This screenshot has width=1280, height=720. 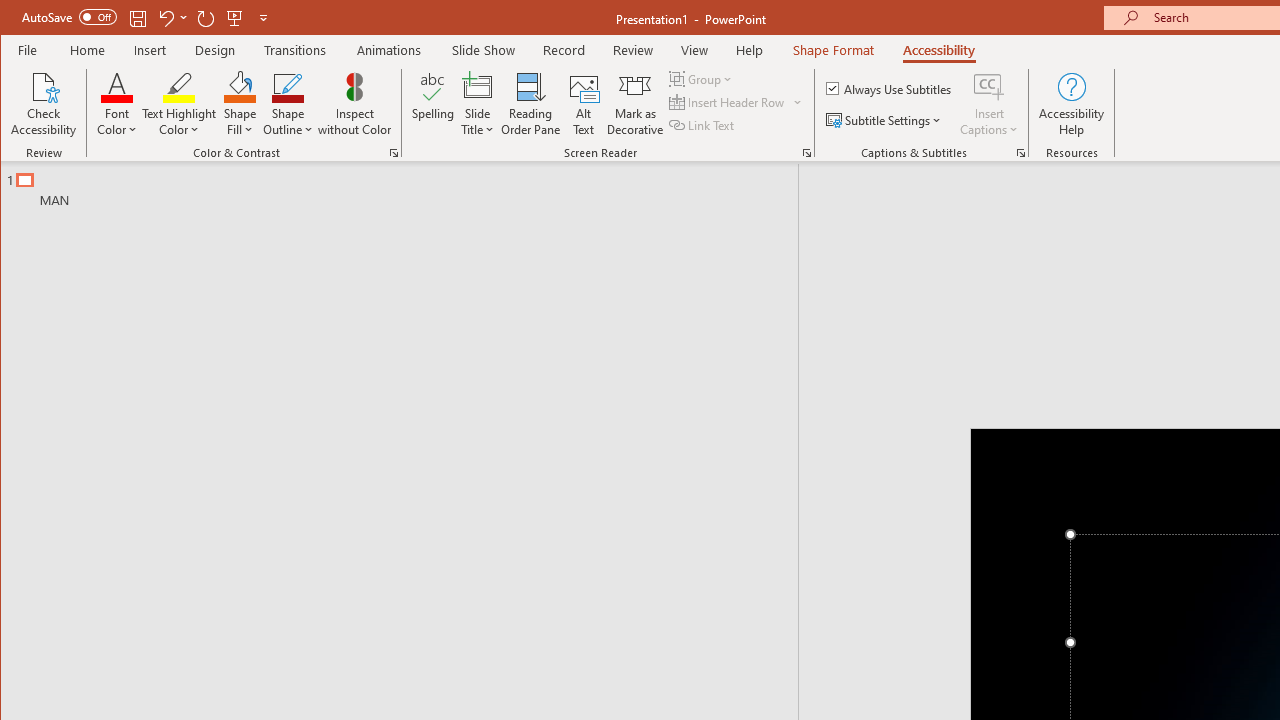 What do you see at coordinates (727, 102) in the screenshot?
I see `'Insert Header Row'` at bounding box center [727, 102].